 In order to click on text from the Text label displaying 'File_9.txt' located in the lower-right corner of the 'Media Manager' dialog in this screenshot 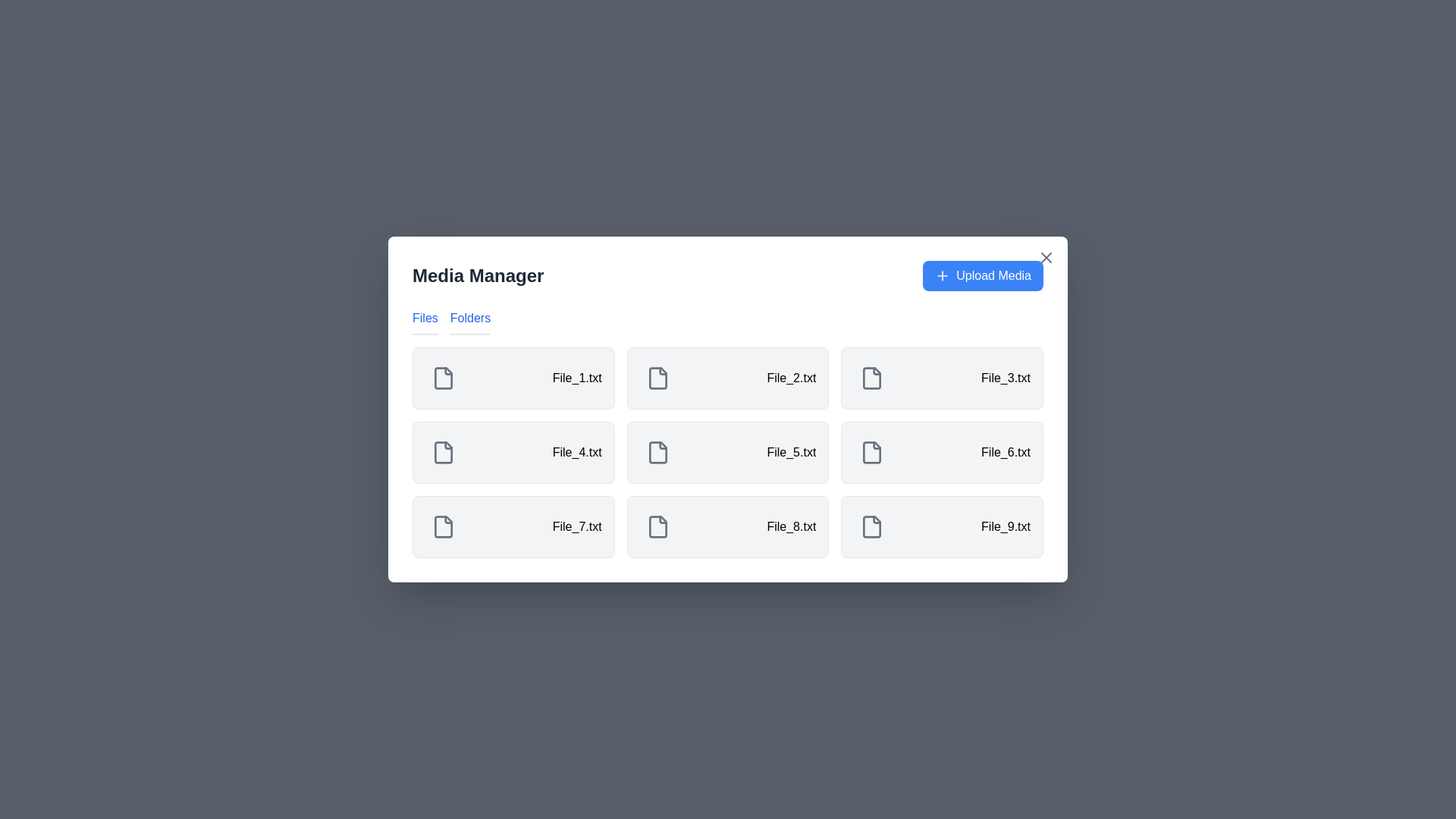, I will do `click(1006, 526)`.